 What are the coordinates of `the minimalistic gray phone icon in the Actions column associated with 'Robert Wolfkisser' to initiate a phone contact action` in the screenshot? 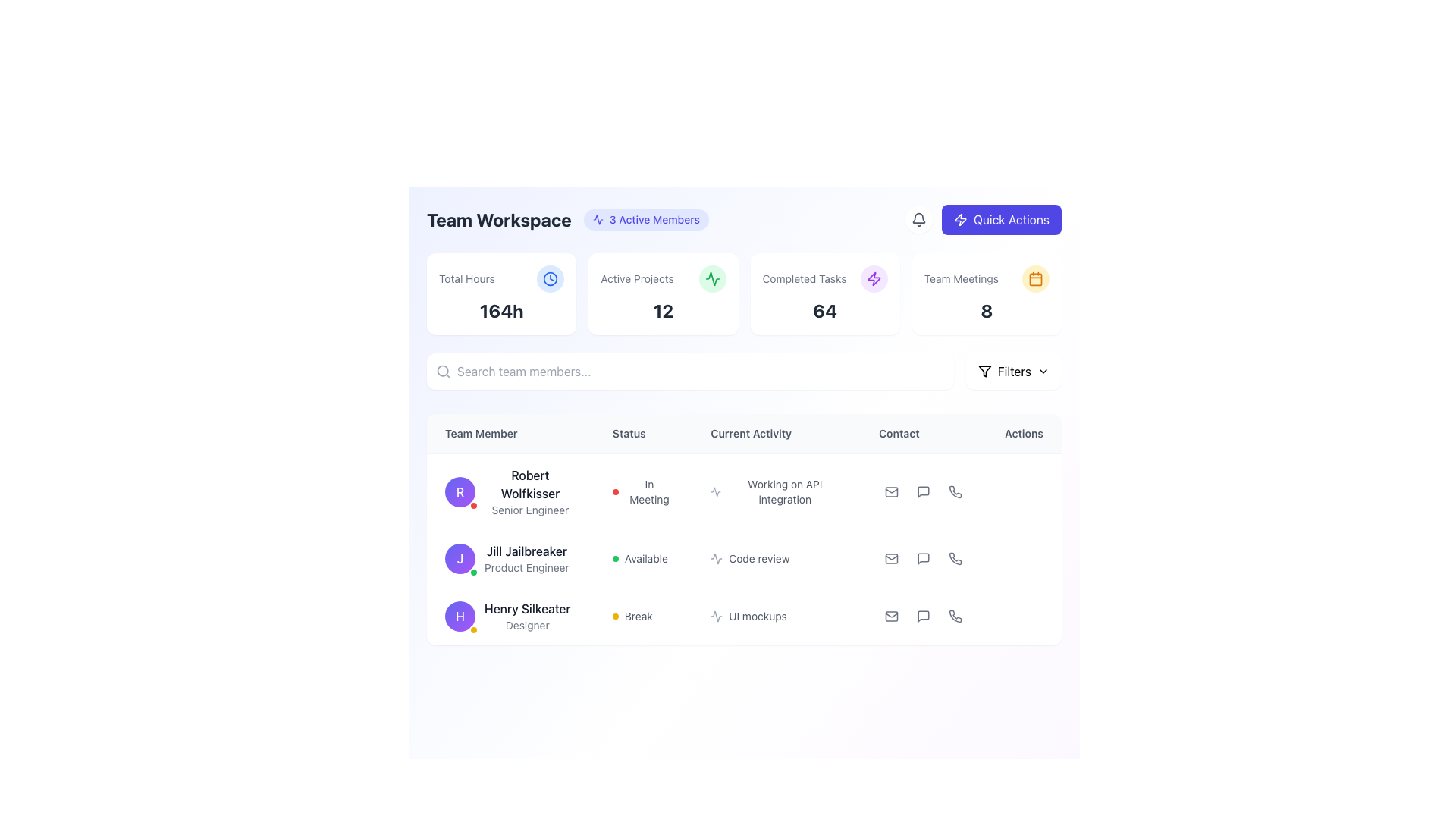 It's located at (954, 491).